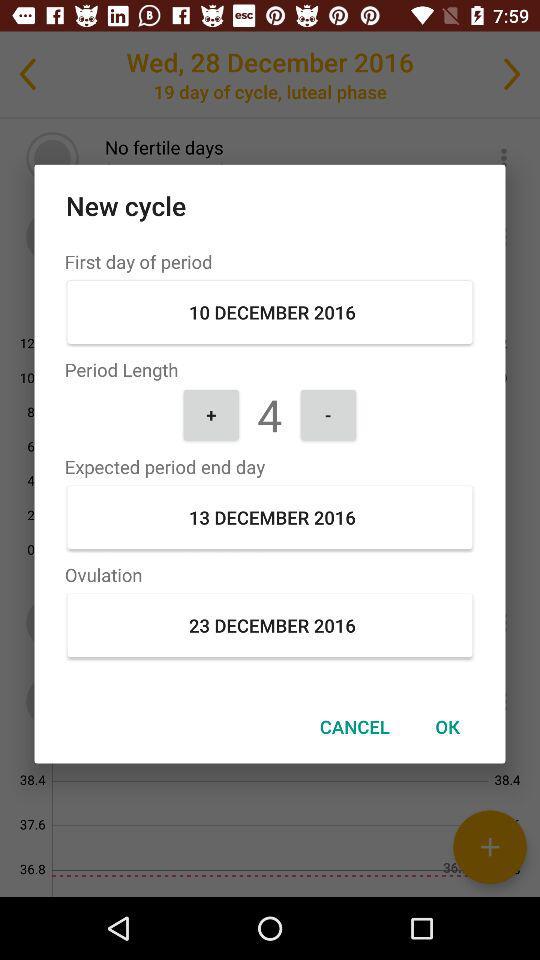 The width and height of the screenshot is (540, 960). What do you see at coordinates (328, 413) in the screenshot?
I see `the item to the right of the 4 icon` at bounding box center [328, 413].